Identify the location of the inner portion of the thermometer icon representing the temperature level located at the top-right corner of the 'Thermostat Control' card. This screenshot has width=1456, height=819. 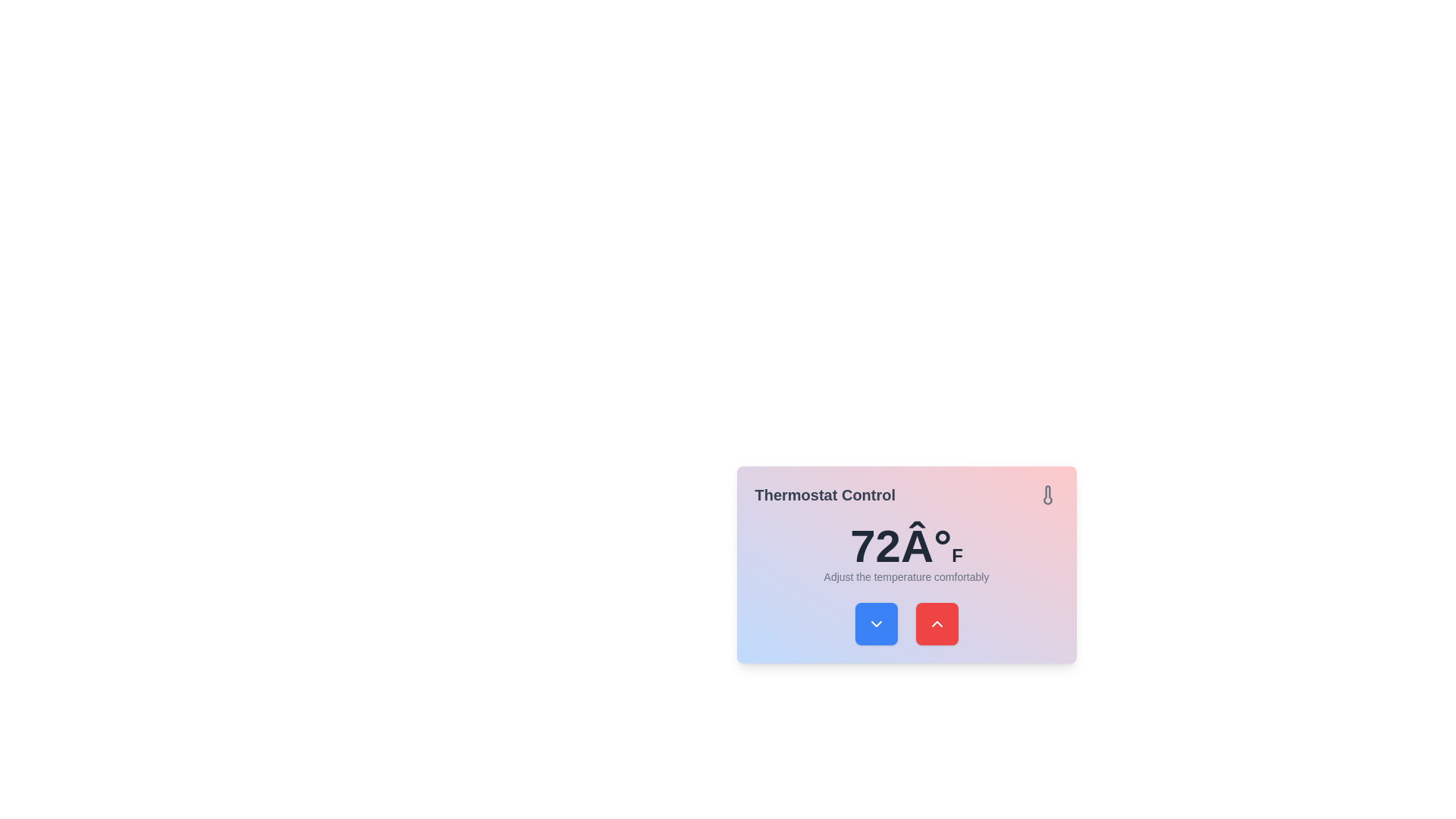
(1046, 494).